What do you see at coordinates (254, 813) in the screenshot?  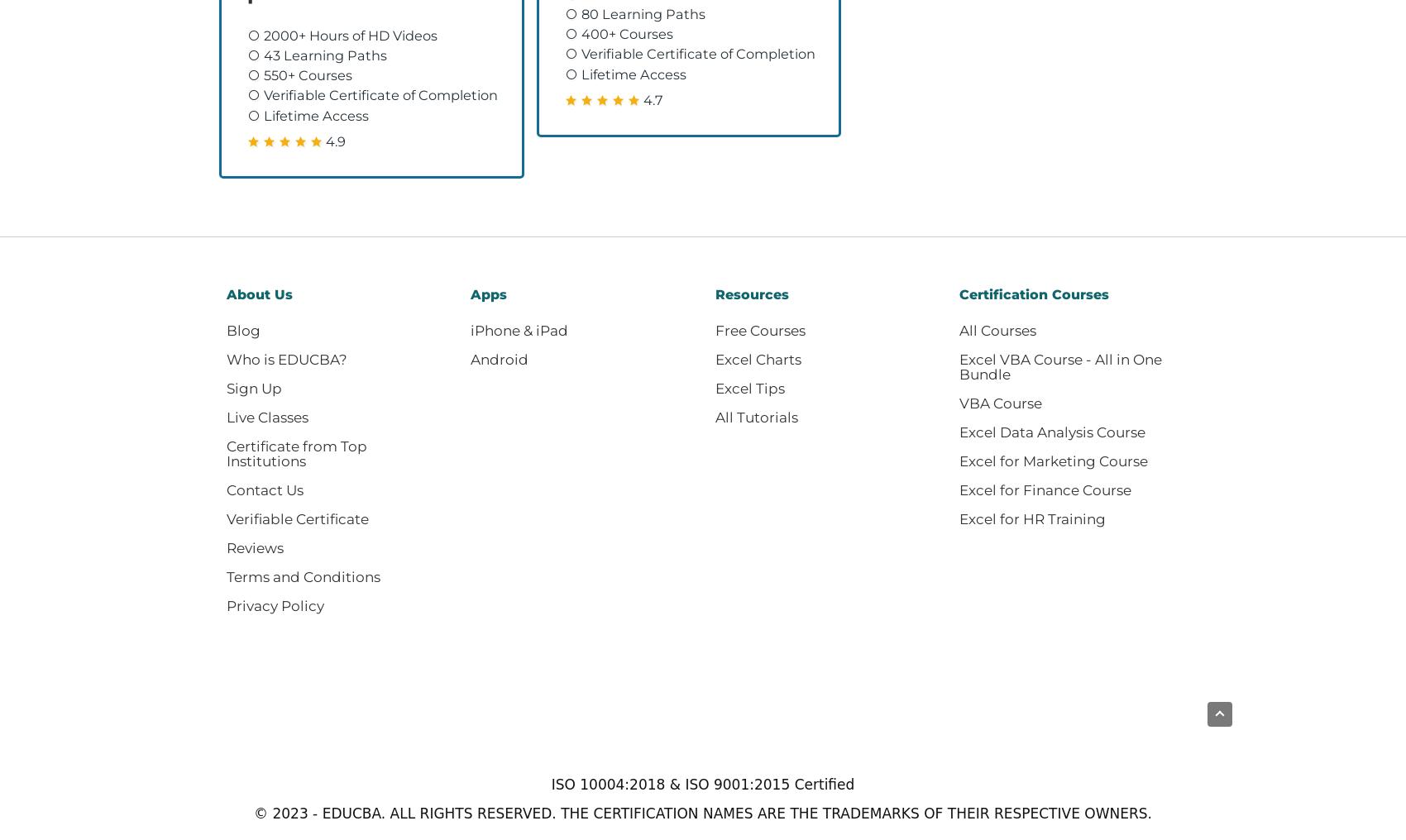 I see `'© 2023 - EDUCBA. ALL RIGHTS RESERVED. THE CERTIFICATION NAMES ARE THE TRADEMARKS OF THEIR RESPECTIVE OWNERS.'` at bounding box center [254, 813].